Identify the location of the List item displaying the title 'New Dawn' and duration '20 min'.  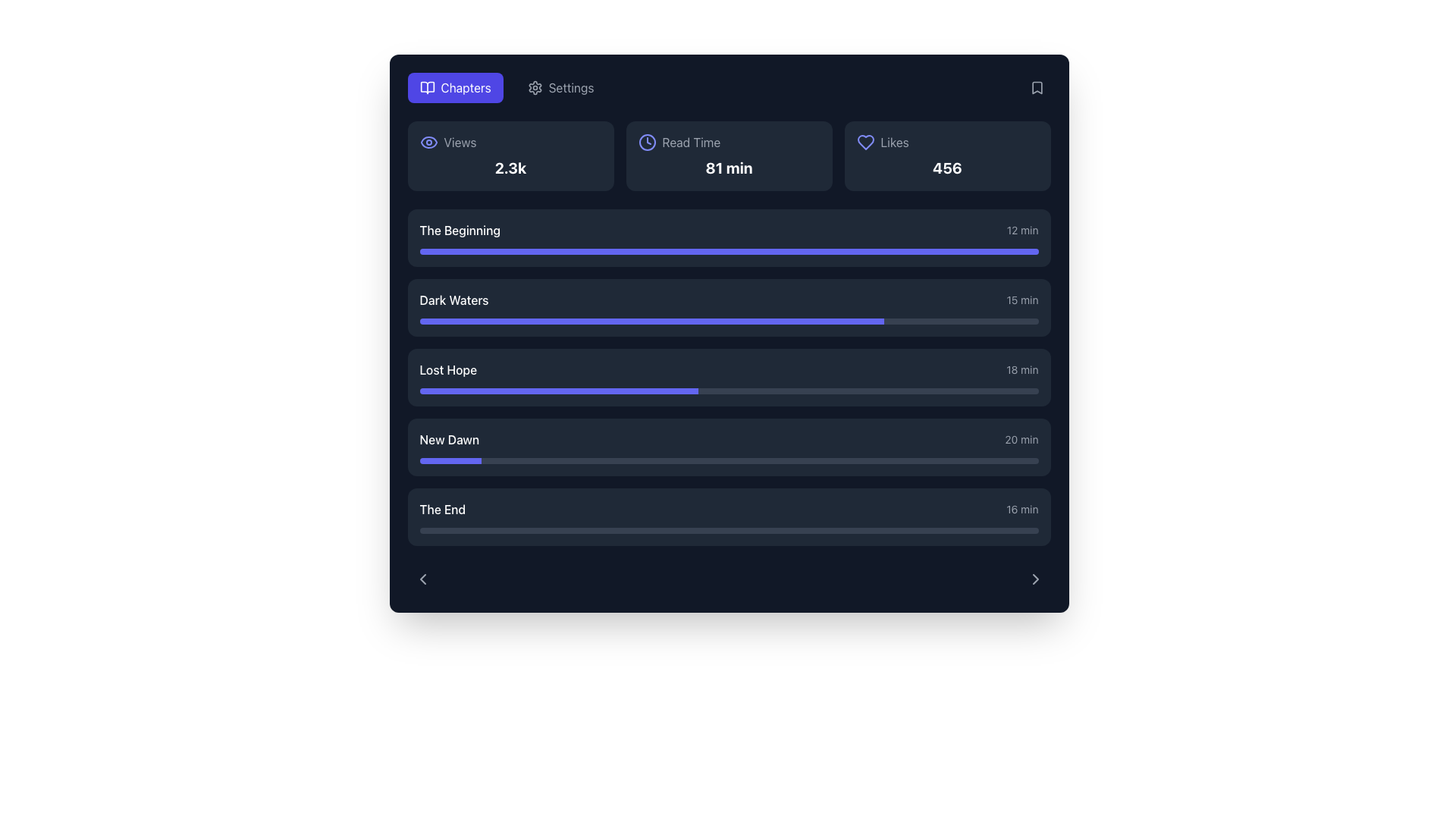
(729, 439).